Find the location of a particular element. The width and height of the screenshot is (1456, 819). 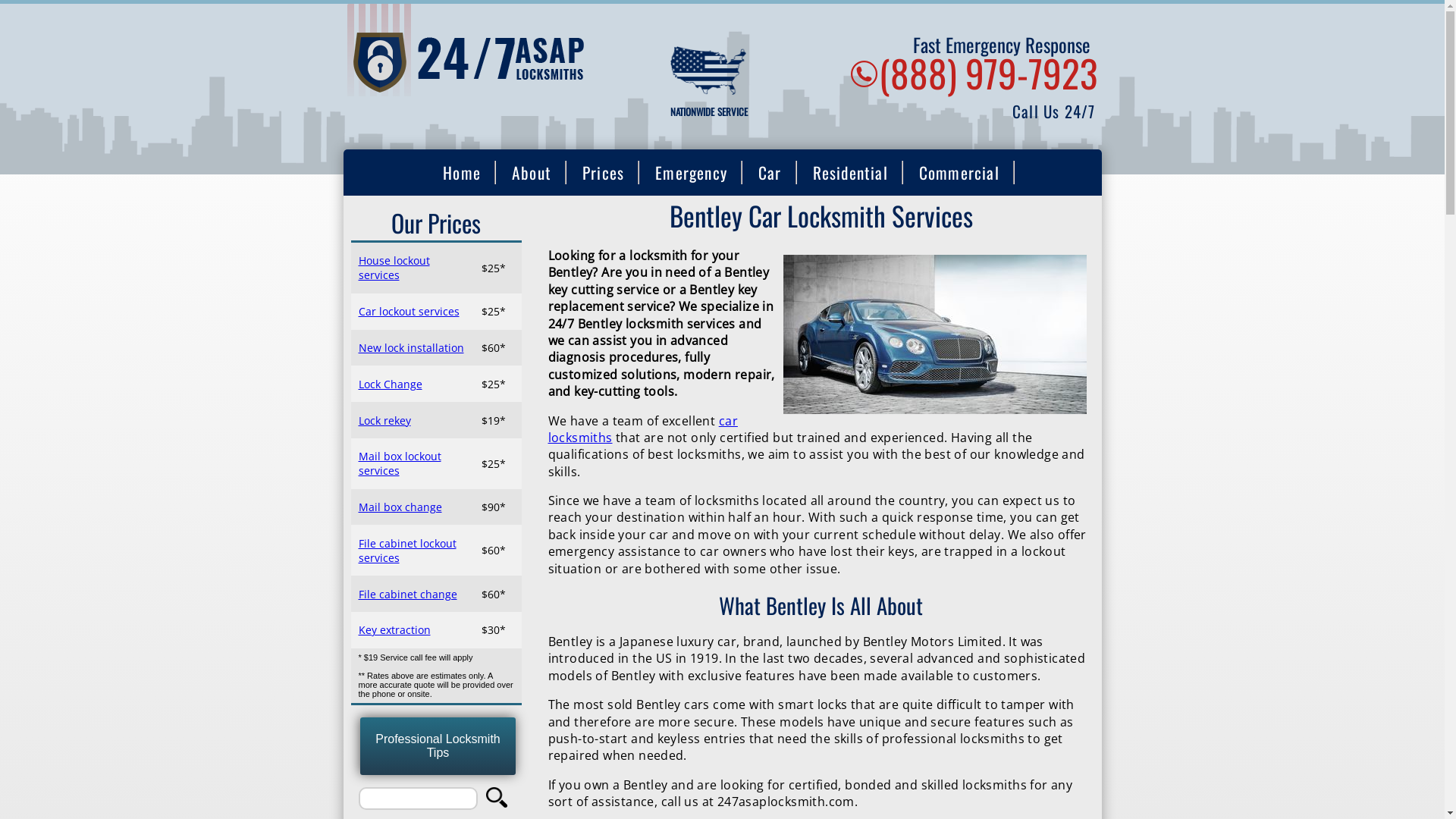

'New lock installation' is located at coordinates (356, 347).